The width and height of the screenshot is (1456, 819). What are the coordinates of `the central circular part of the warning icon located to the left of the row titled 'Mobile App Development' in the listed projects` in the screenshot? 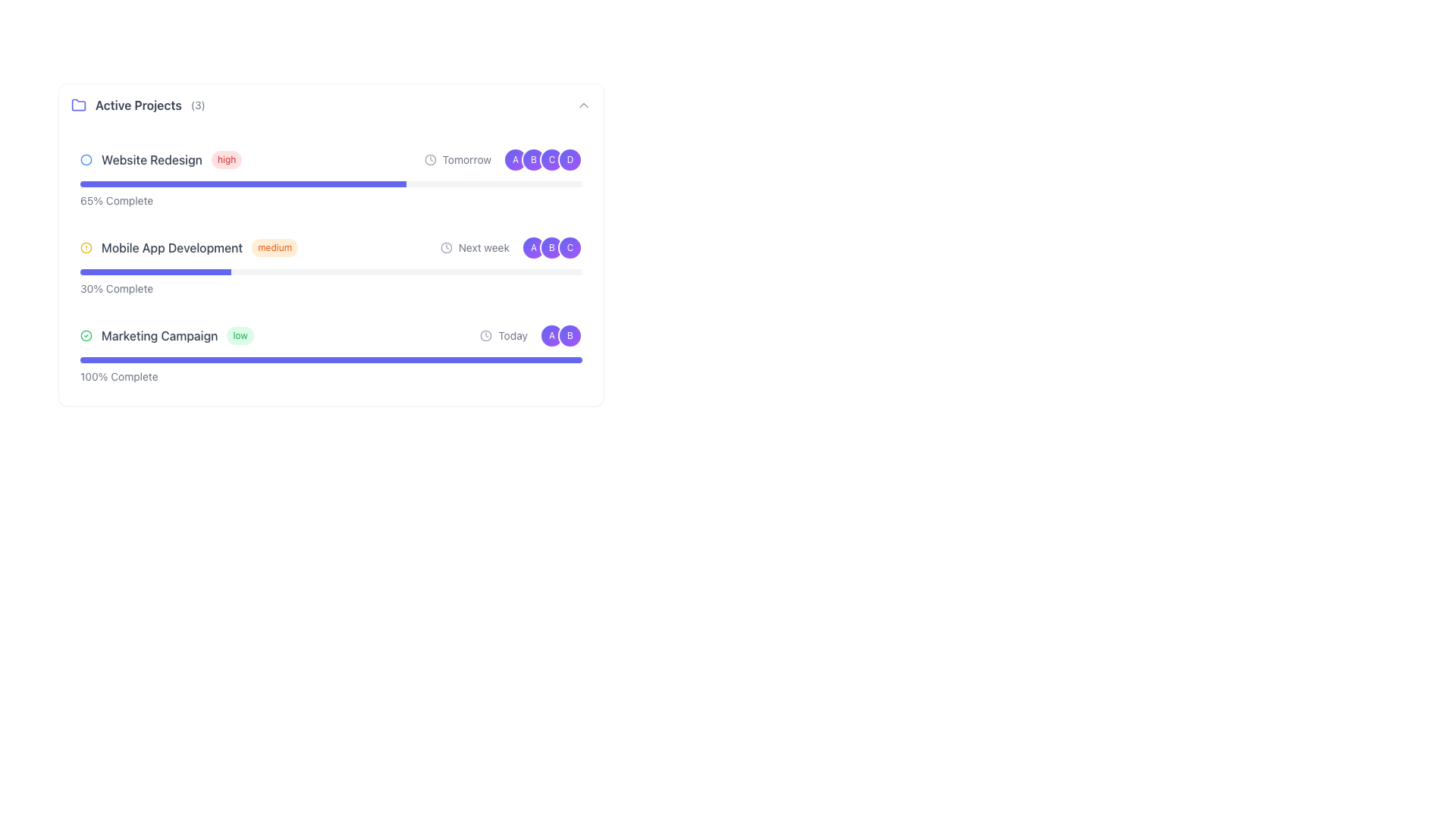 It's located at (86, 247).